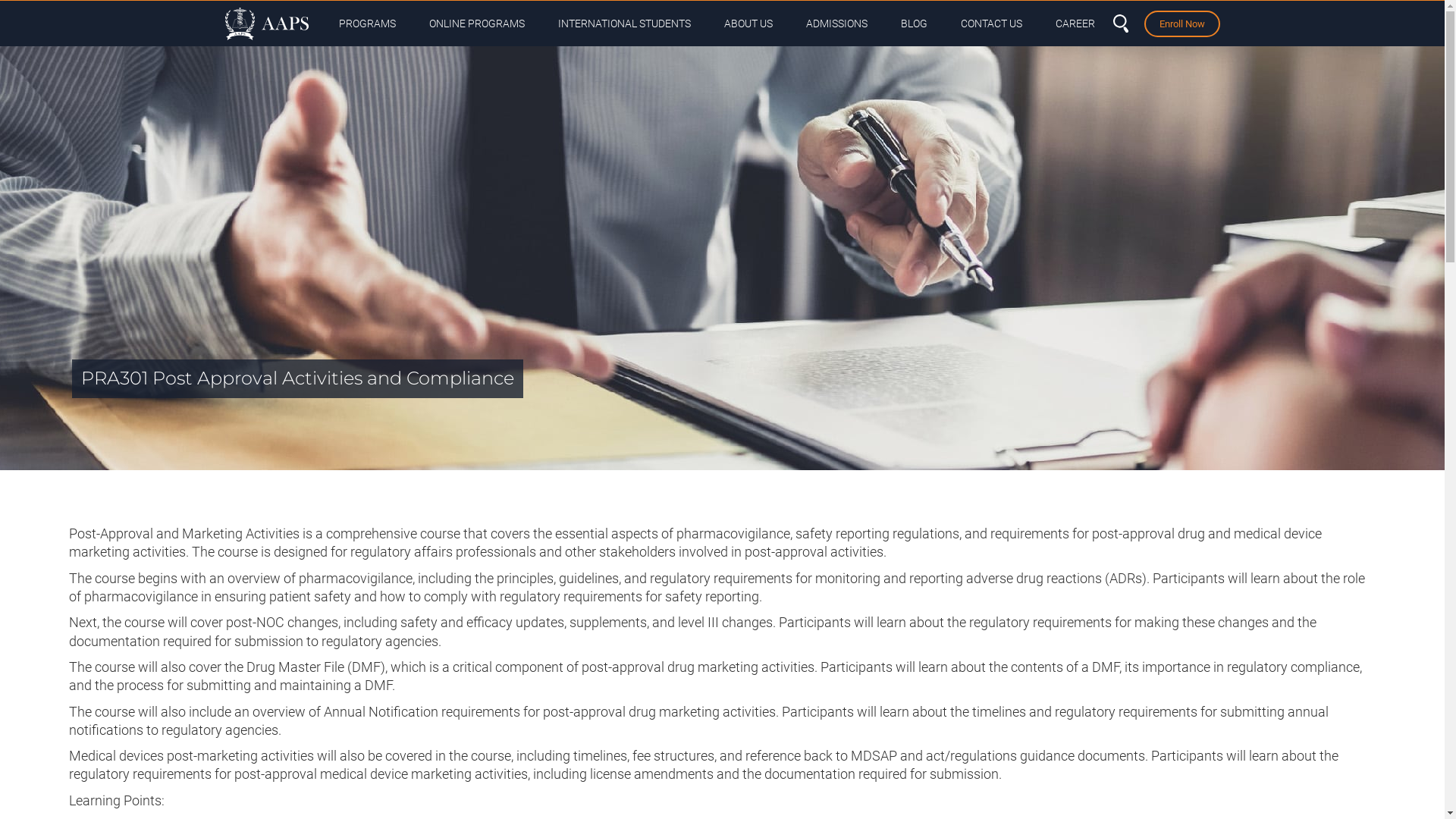 Image resolution: width=1456 pixels, height=819 pixels. Describe the element at coordinates (1074, 23) in the screenshot. I see `'CAREER'` at that location.